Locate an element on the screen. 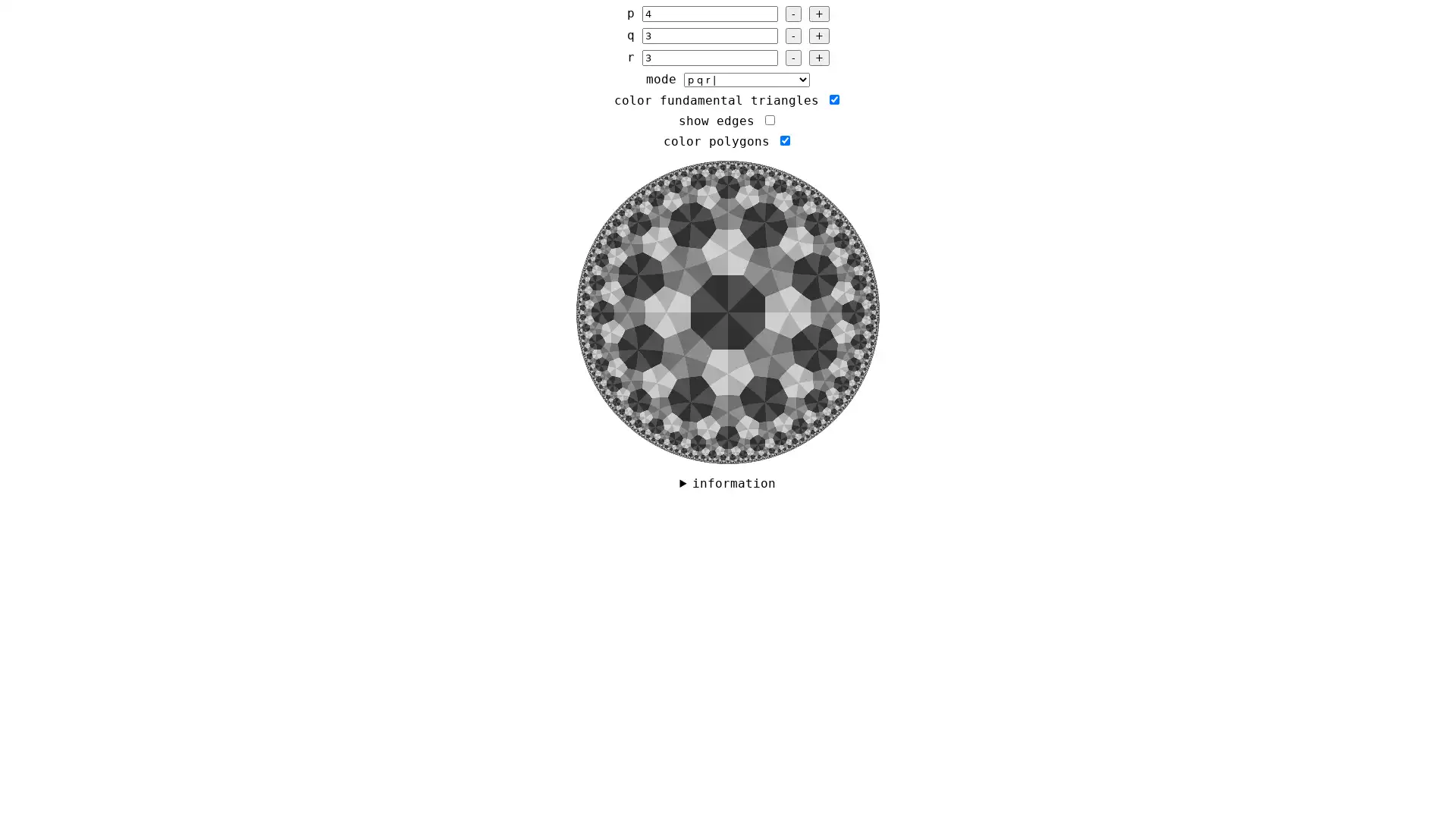 The height and width of the screenshot is (819, 1456). + is located at coordinates (817, 35).